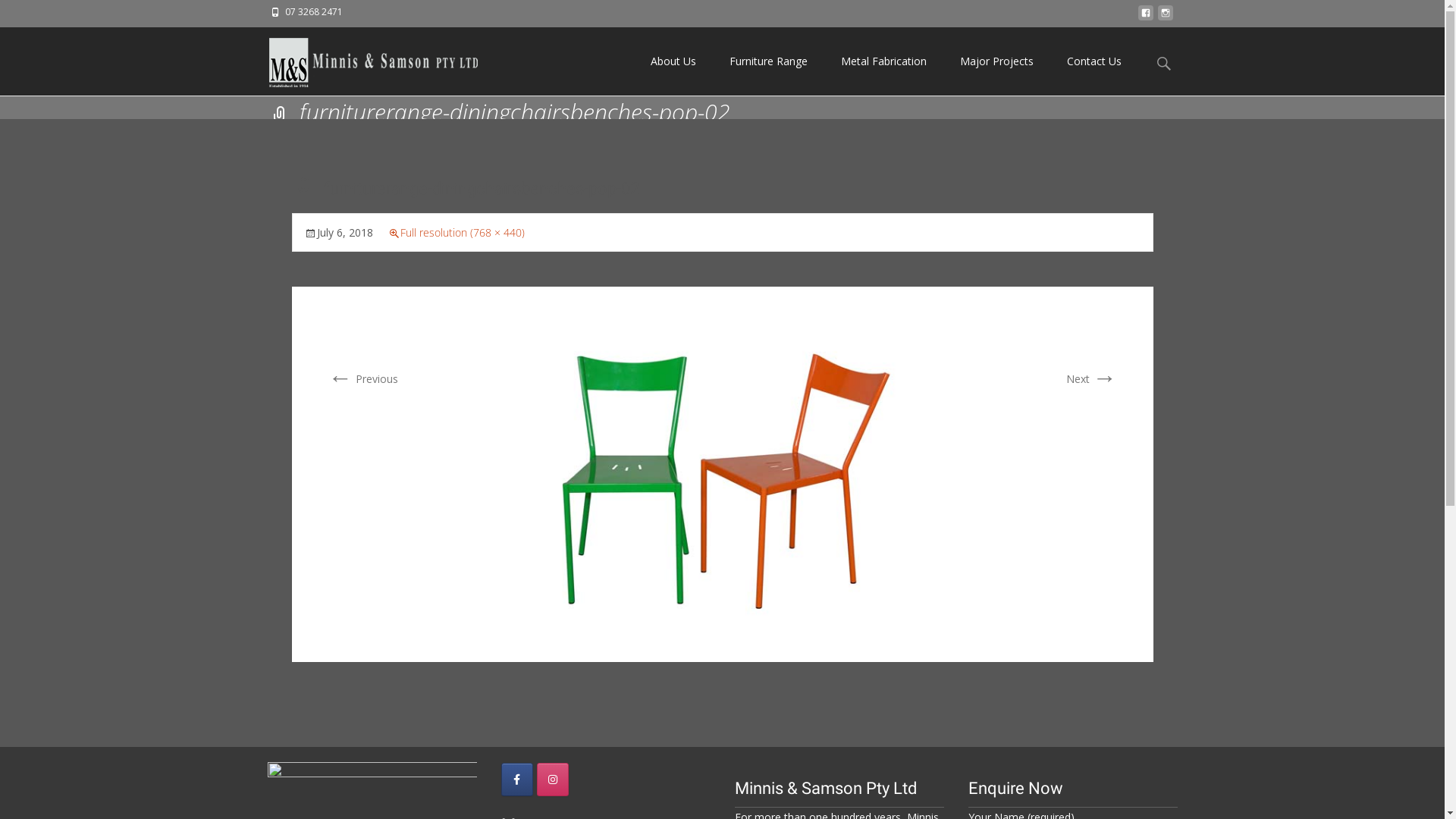  What do you see at coordinates (552, 780) in the screenshot?
I see `'Minnis & Samson Pty Ltd on Instagram'` at bounding box center [552, 780].